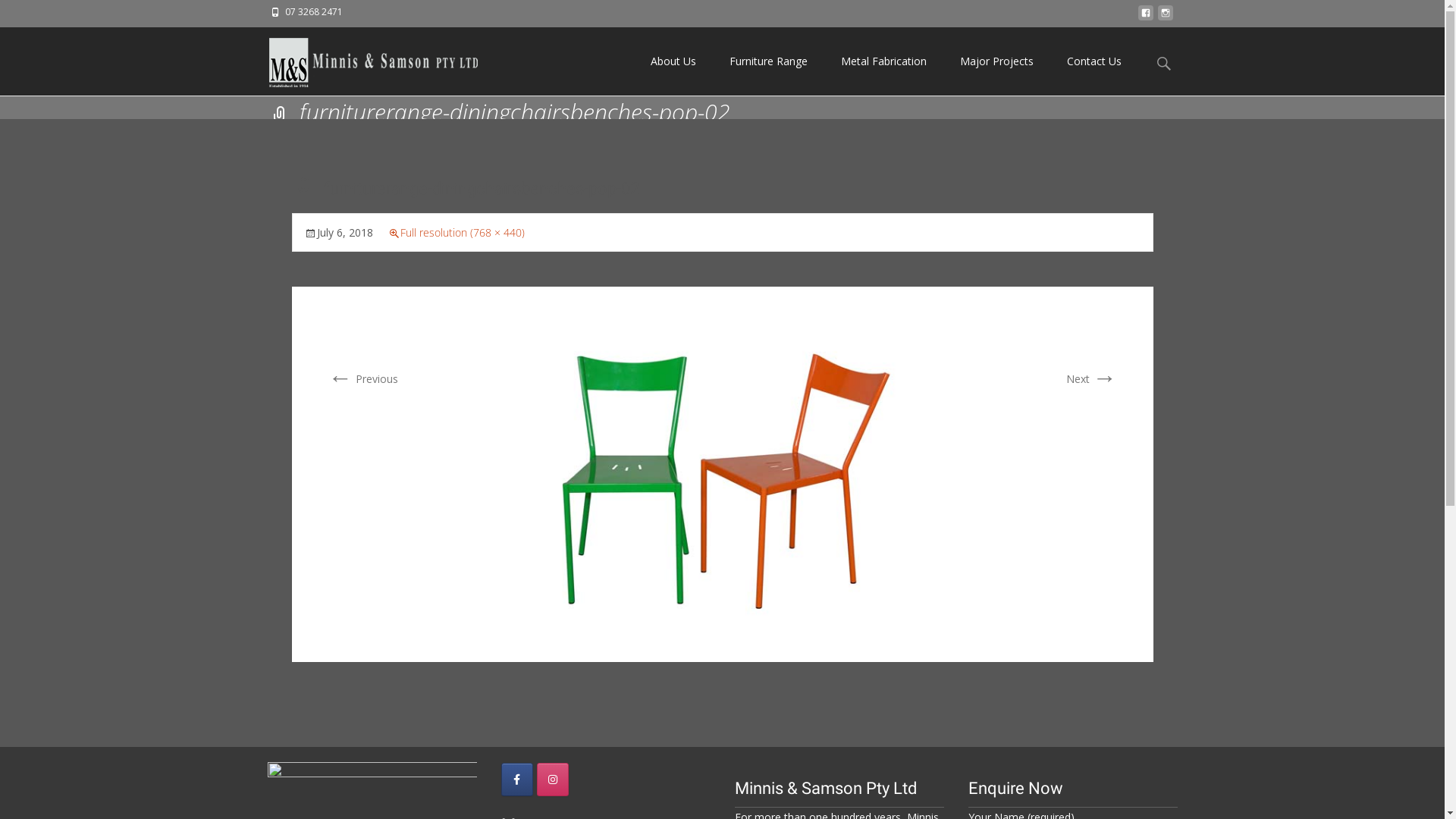  What do you see at coordinates (552, 780) in the screenshot?
I see `'Minnis & Samson Pty Ltd on Instagram'` at bounding box center [552, 780].